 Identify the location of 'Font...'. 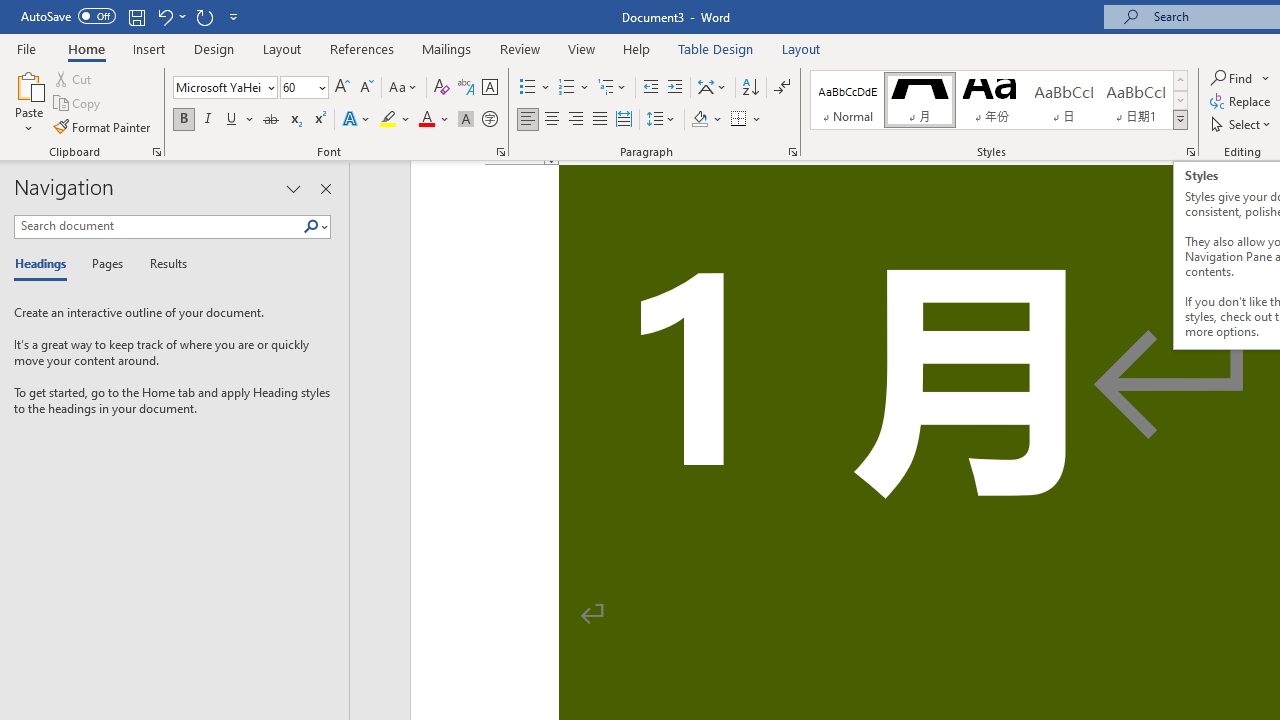
(501, 150).